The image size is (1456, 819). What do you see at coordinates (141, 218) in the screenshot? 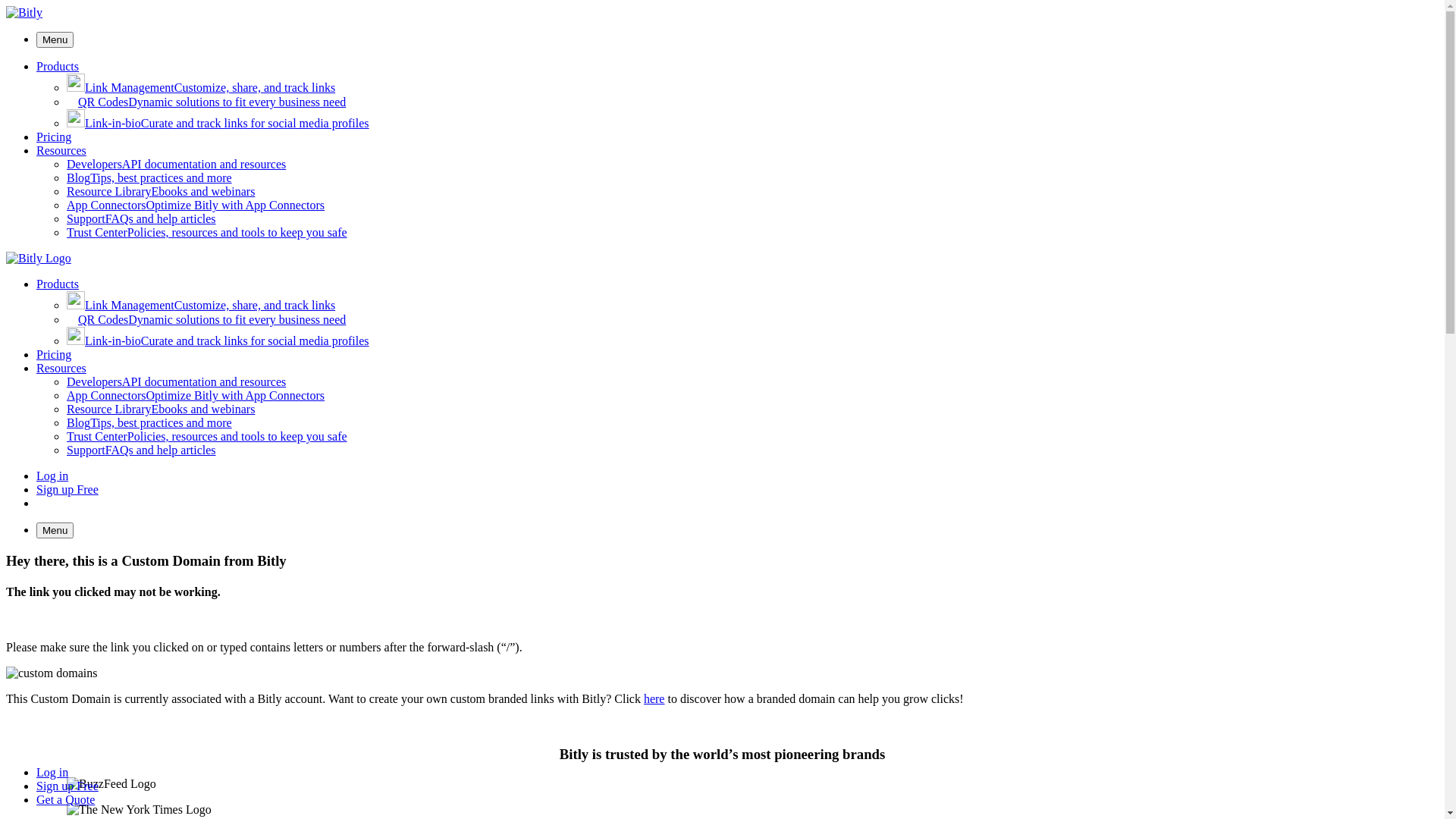
I see `'SupportFAQs and help articles'` at bounding box center [141, 218].